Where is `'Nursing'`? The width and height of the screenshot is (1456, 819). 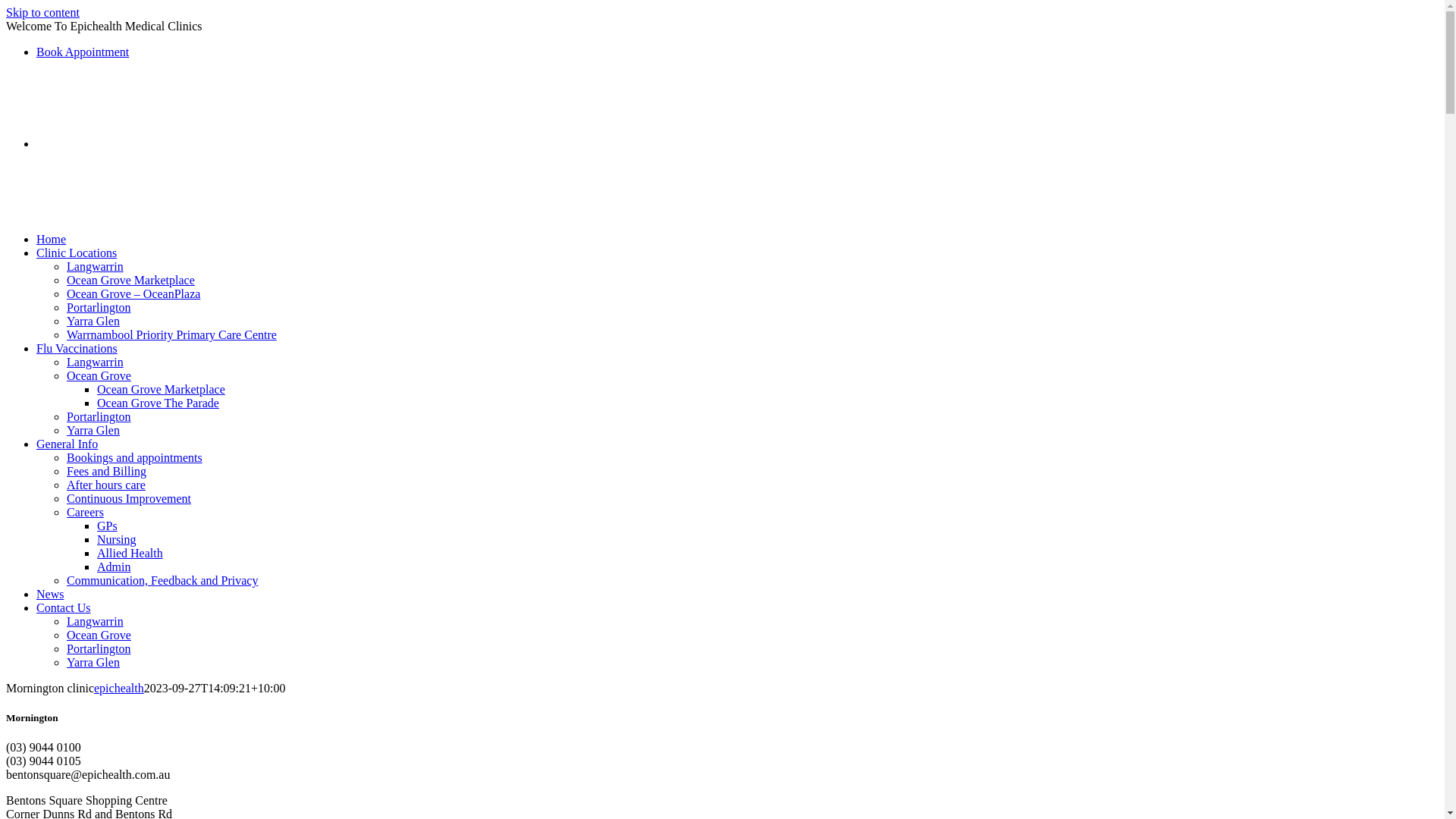 'Nursing' is located at coordinates (115, 538).